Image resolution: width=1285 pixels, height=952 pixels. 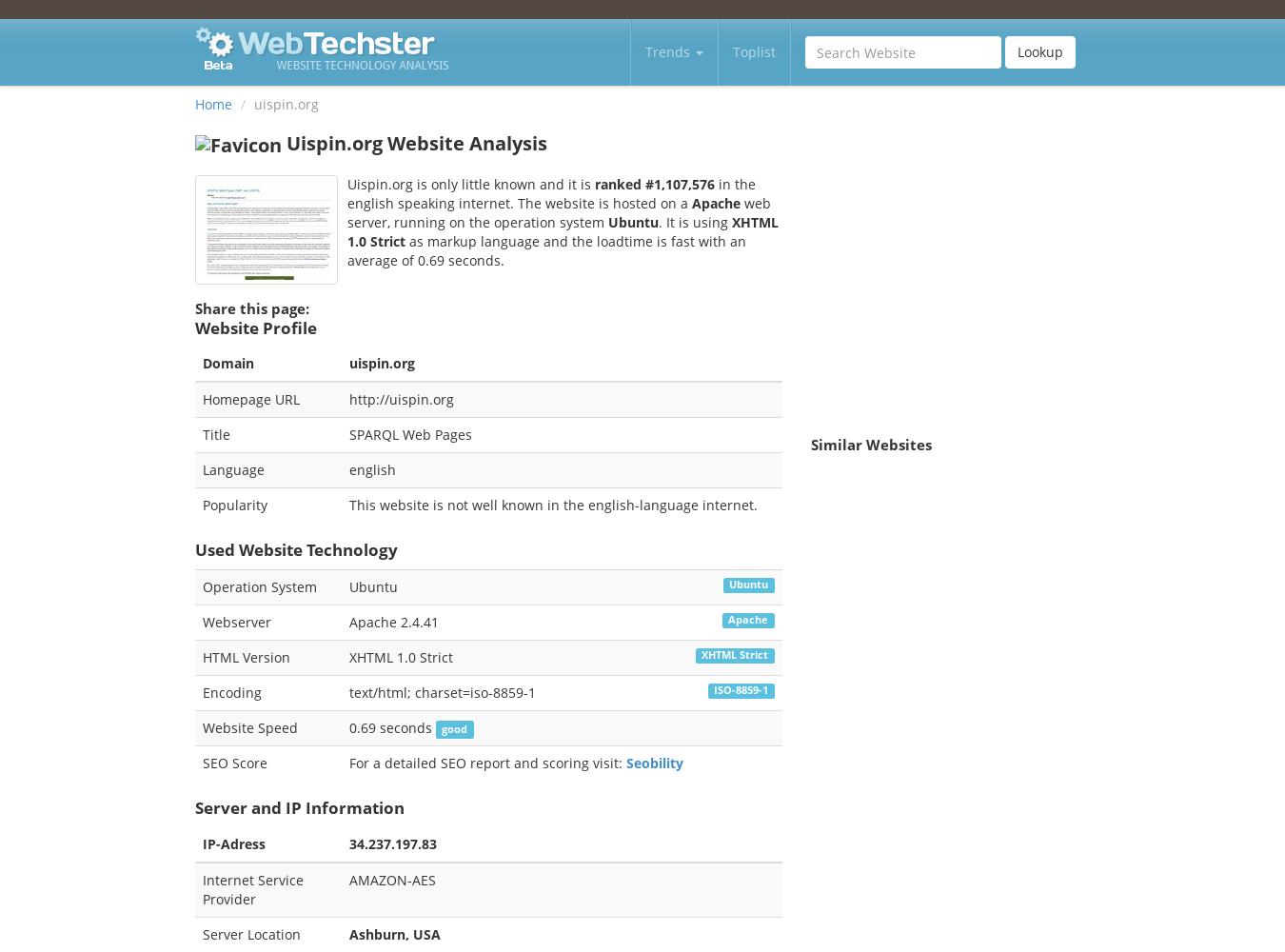 I want to click on 'Server and IP Information', so click(x=195, y=805).